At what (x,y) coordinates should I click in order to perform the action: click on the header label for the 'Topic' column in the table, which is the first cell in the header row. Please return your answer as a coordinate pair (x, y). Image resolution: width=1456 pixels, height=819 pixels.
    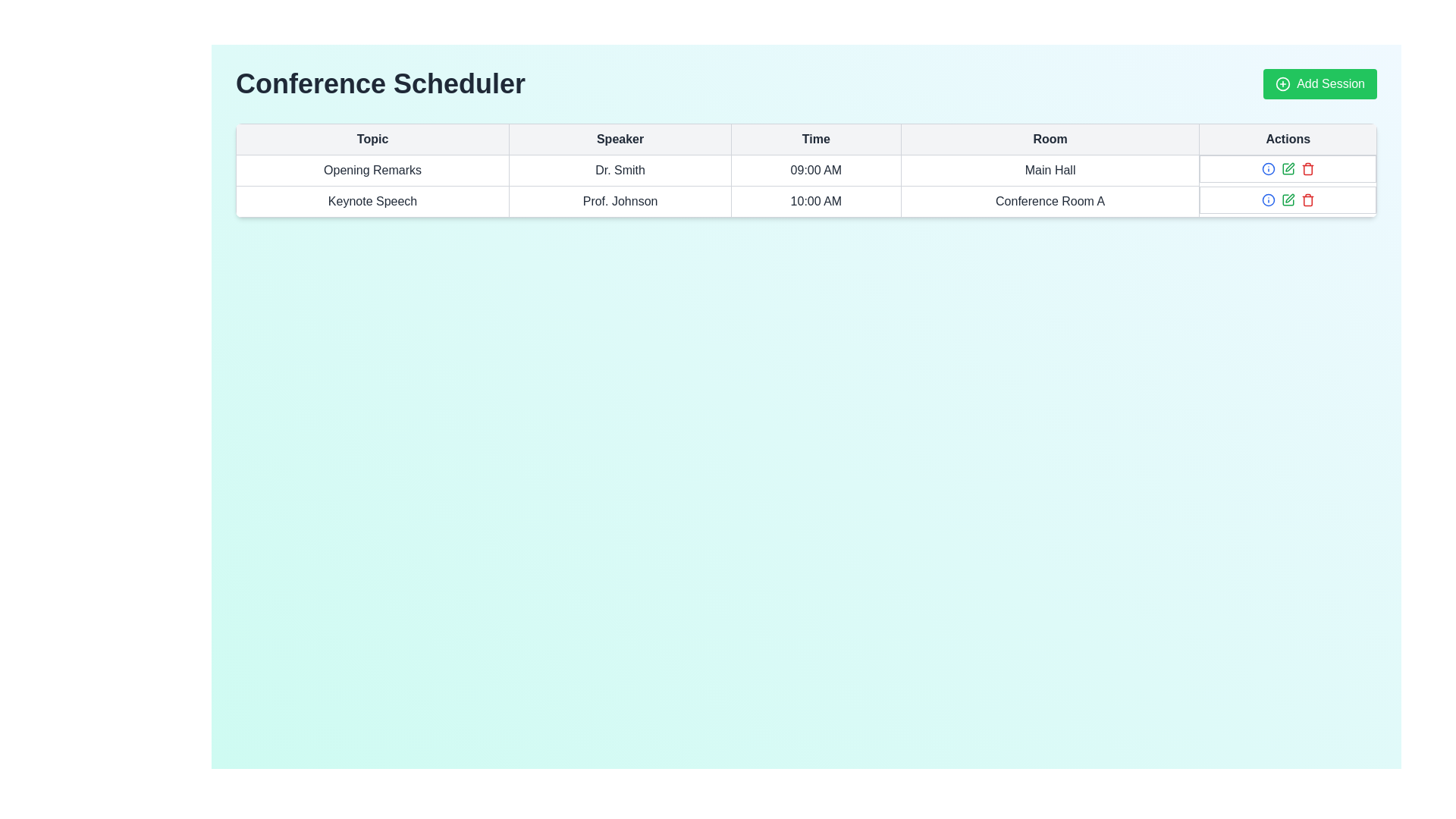
    Looking at the image, I should click on (372, 140).